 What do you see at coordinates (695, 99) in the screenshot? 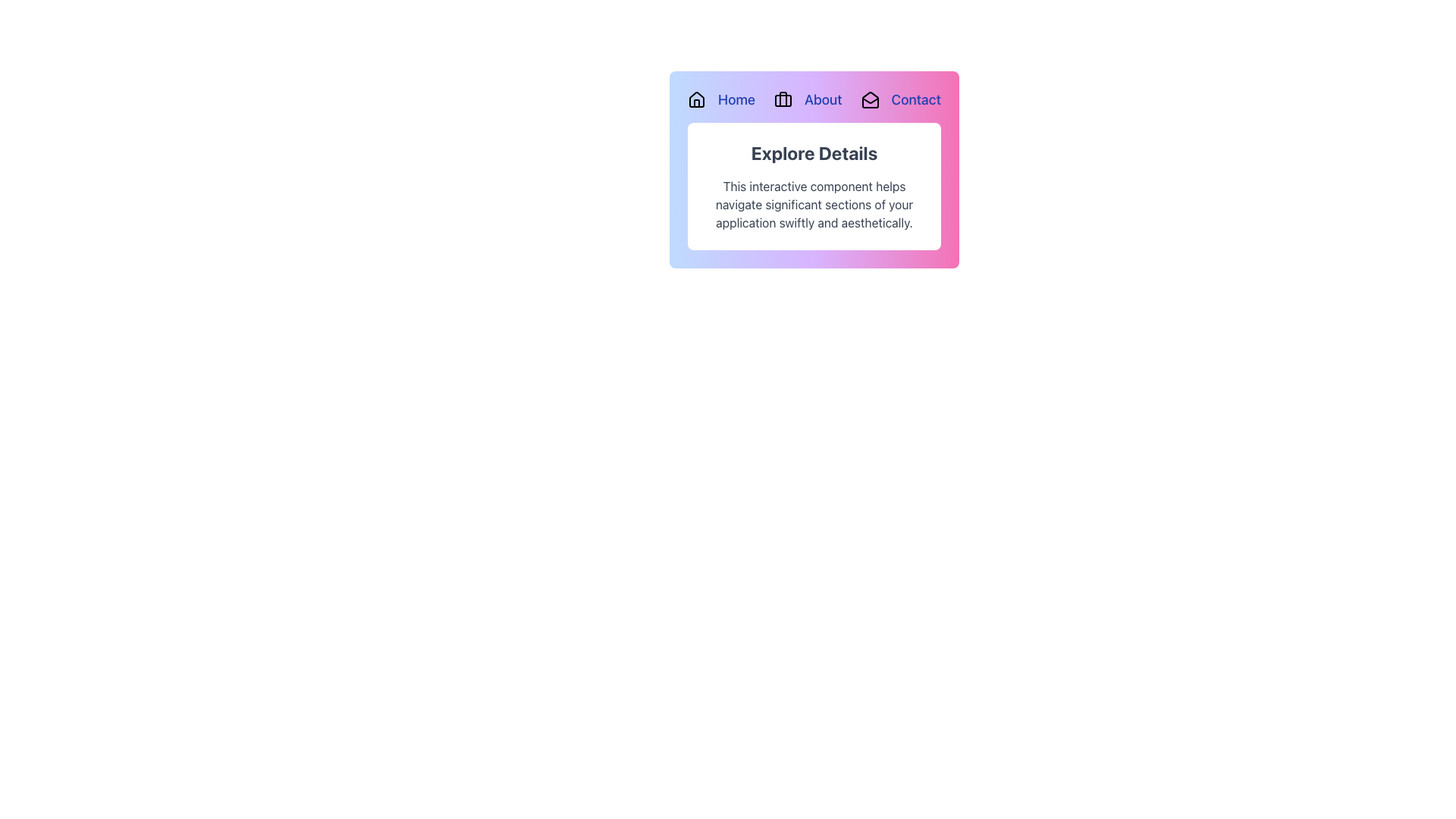
I see `the 'Home' icon located at the leftmost position of the top bar, which serves as a navigation aid to the 'Home' section` at bounding box center [695, 99].